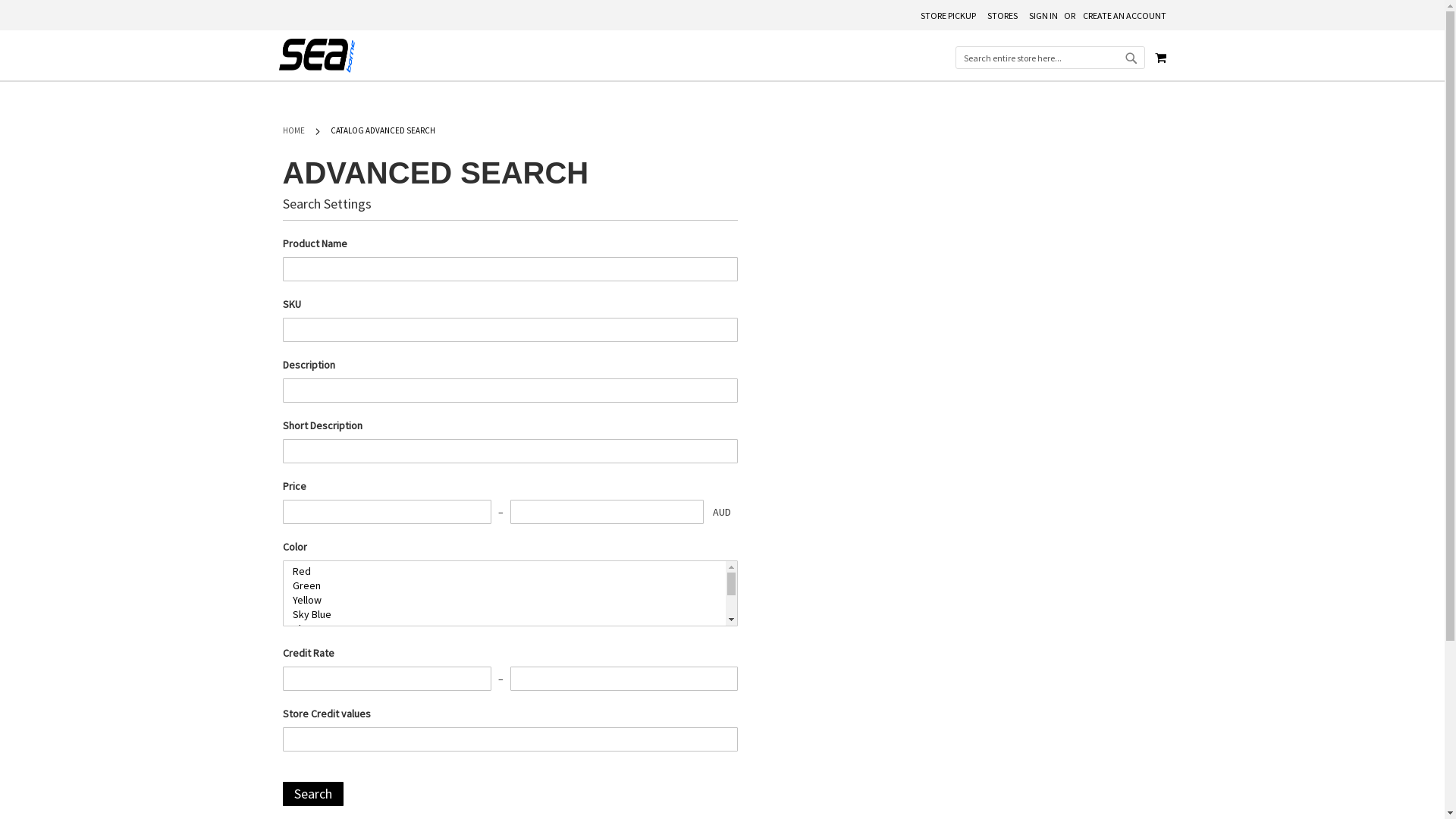  I want to click on 'Short Description', so click(510, 450).